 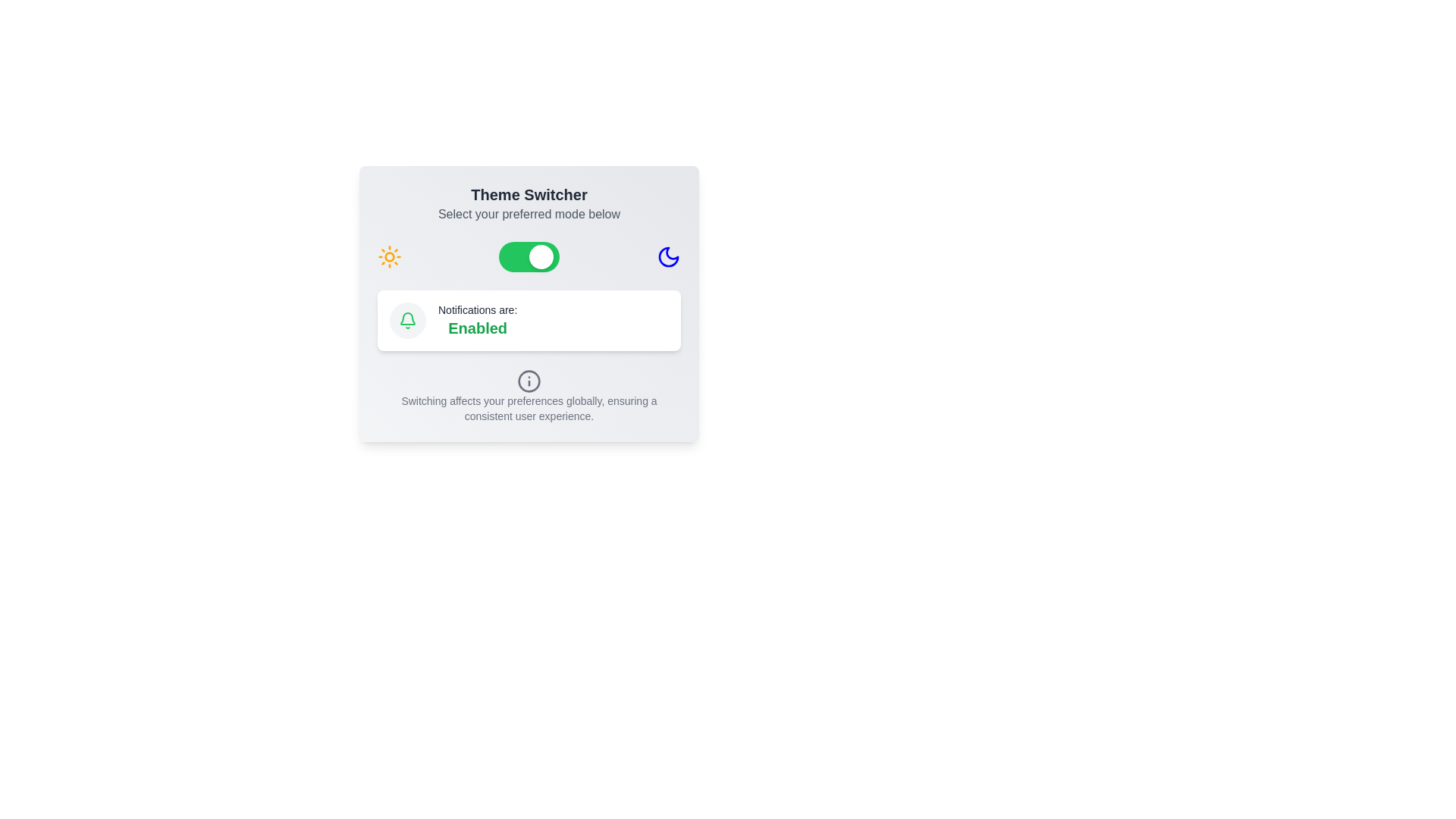 I want to click on the circular outline symbol filled with gray color, which is part of an information icon located at the center of the interface, under the notification area, so click(x=529, y=379).